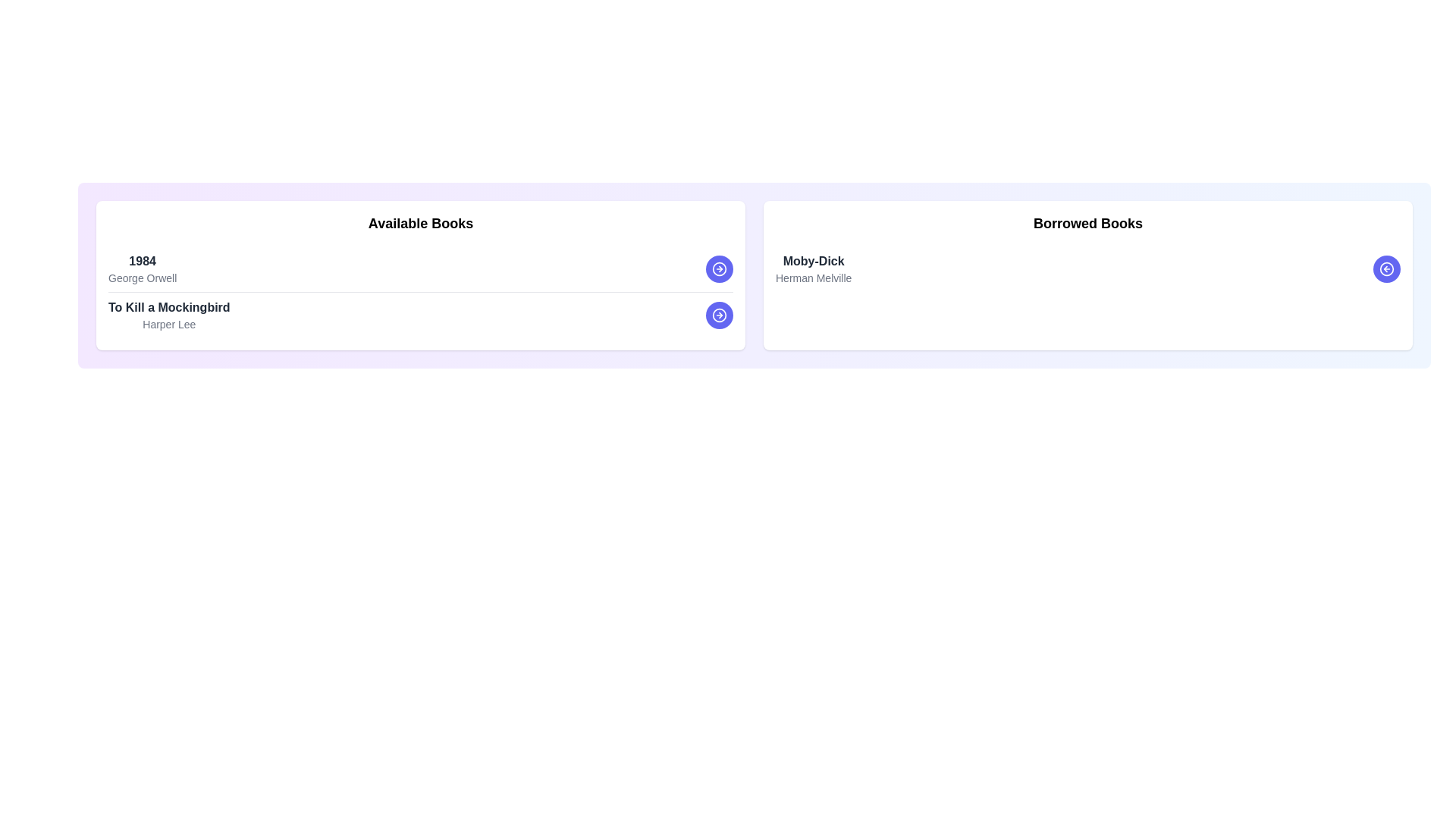  What do you see at coordinates (719, 268) in the screenshot?
I see `'Transfer Book' button for the book titled 1984` at bounding box center [719, 268].